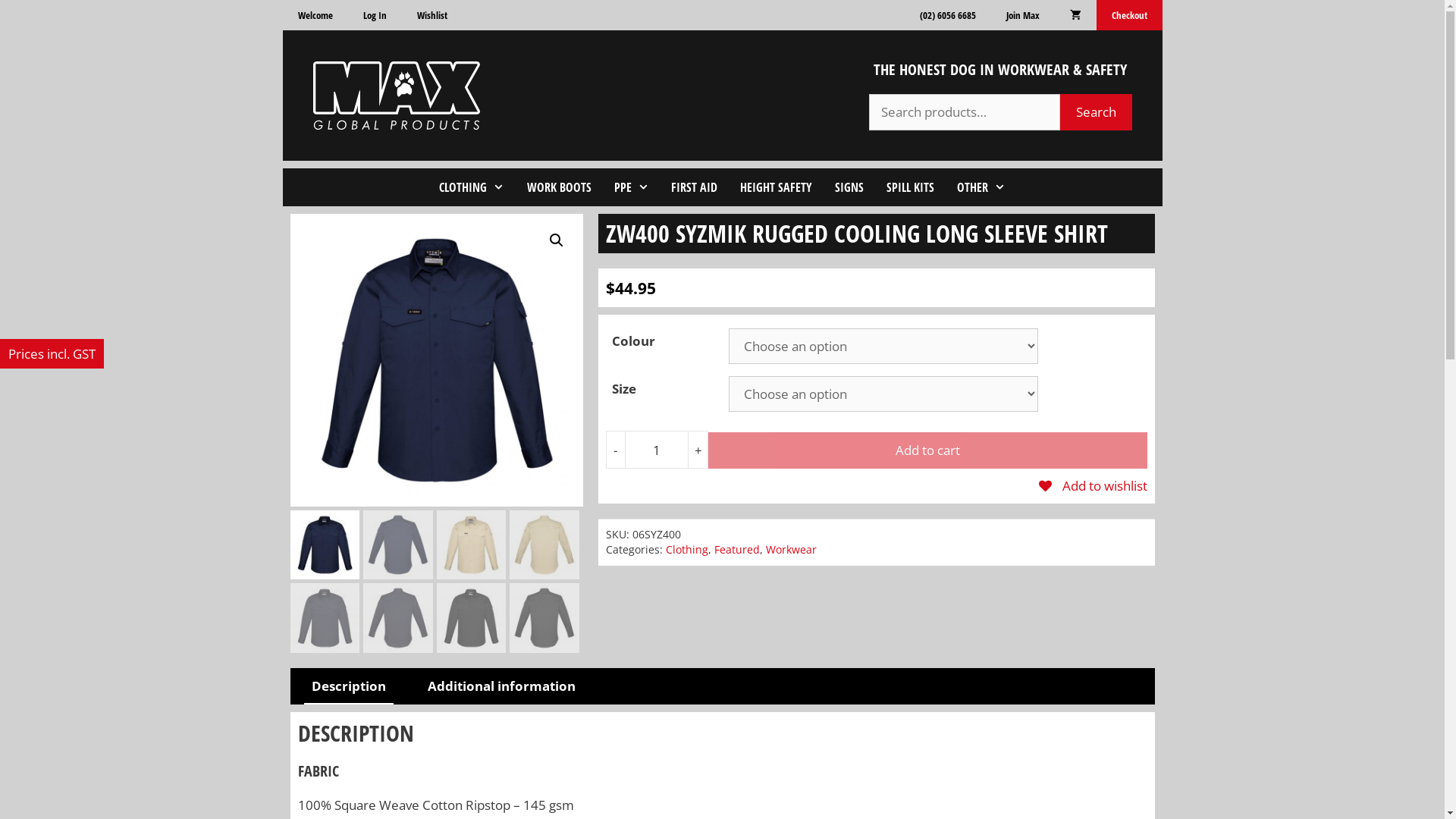  What do you see at coordinates (625, 449) in the screenshot?
I see `'Qty'` at bounding box center [625, 449].